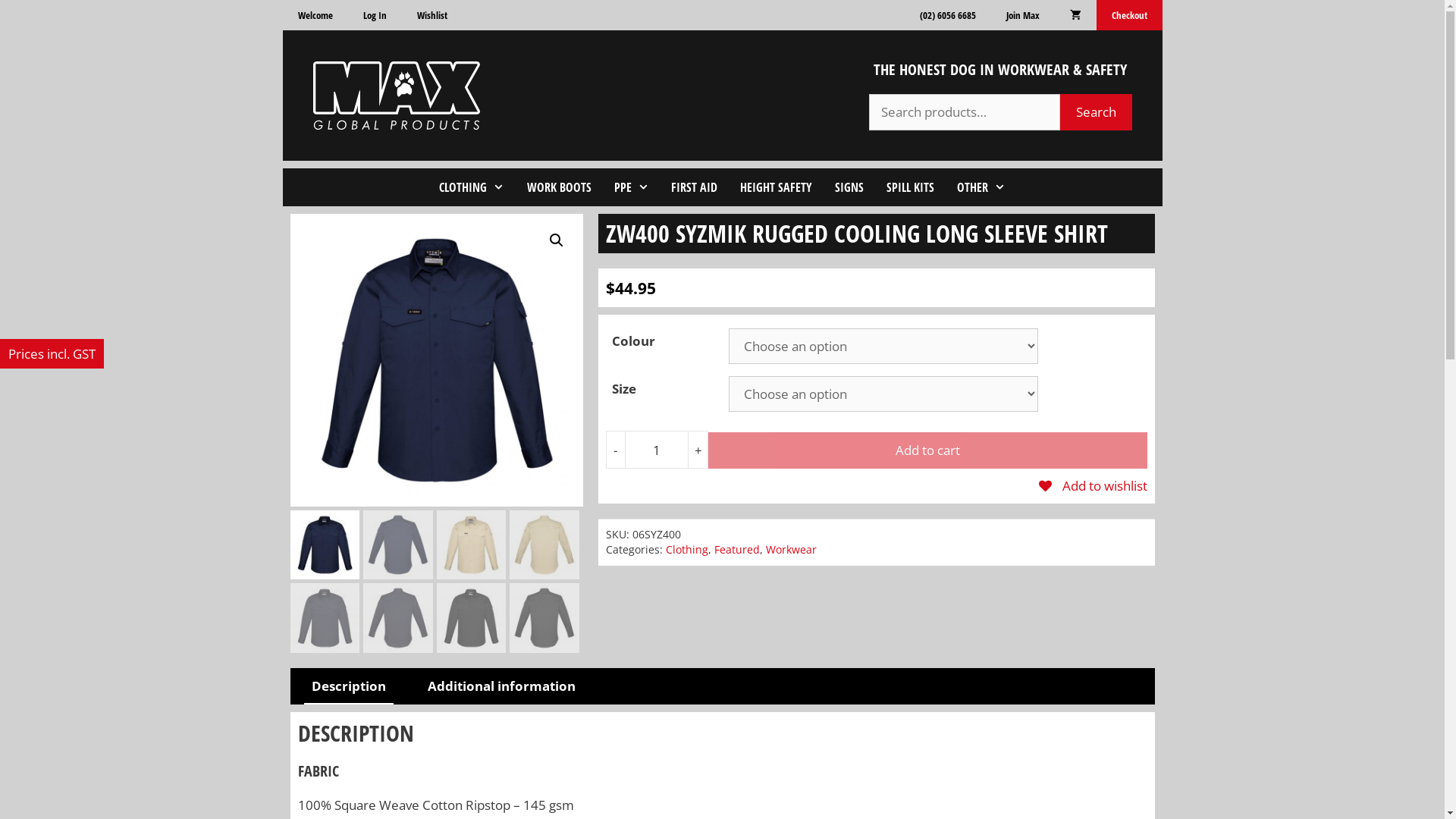  What do you see at coordinates (625, 449) in the screenshot?
I see `'Qty'` at bounding box center [625, 449].